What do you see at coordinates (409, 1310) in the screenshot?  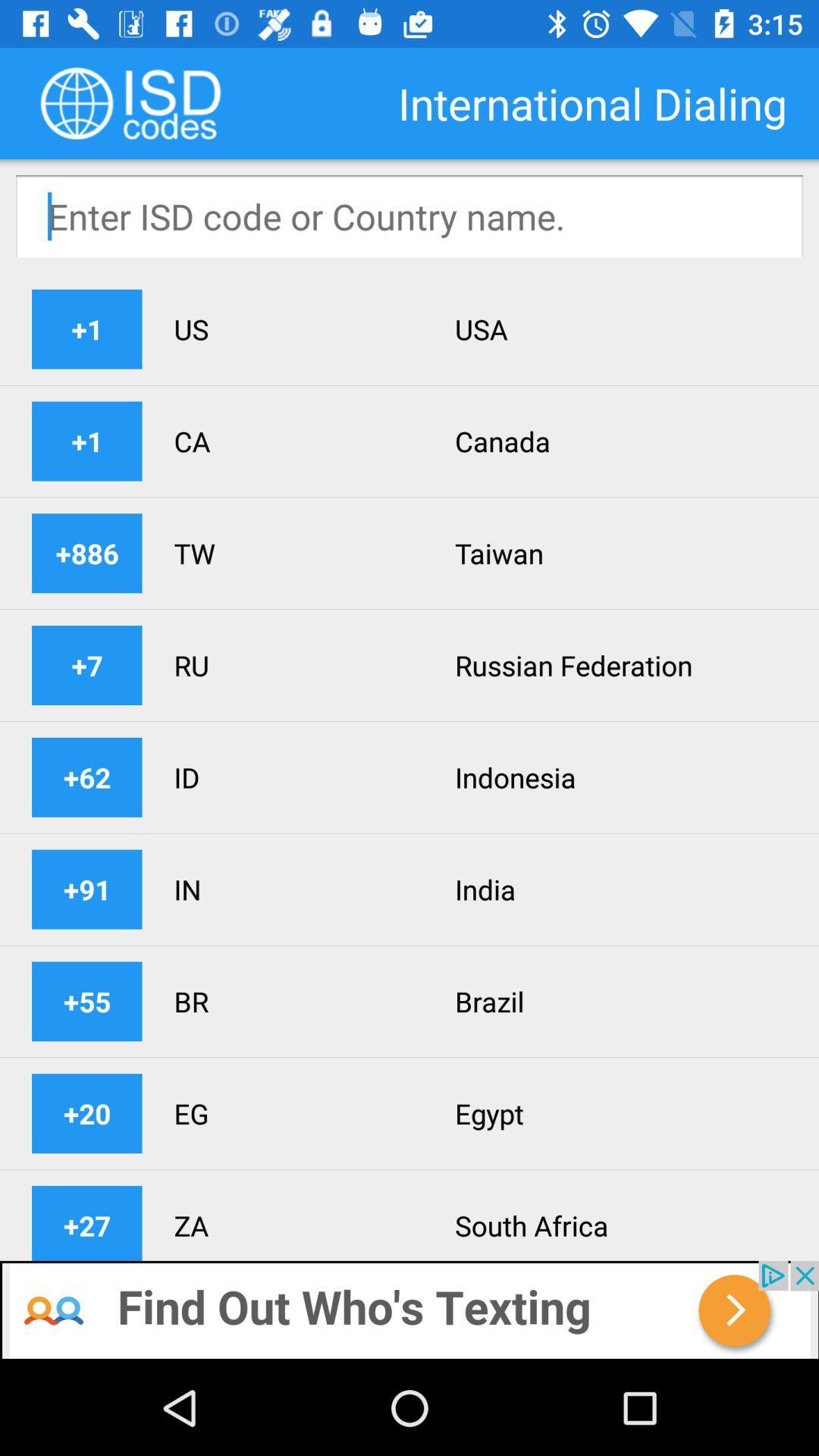 I see `goes to advertiser 's website` at bounding box center [409, 1310].